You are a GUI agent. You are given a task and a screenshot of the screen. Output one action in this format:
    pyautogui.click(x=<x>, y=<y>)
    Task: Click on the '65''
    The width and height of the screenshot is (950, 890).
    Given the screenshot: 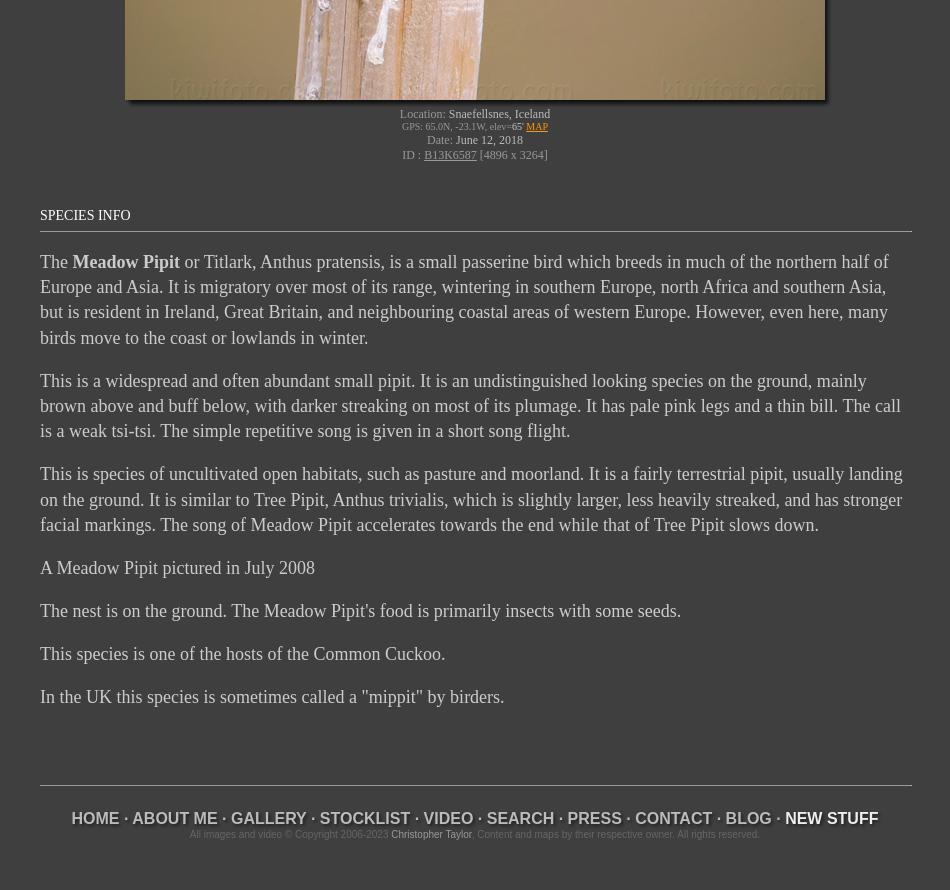 What is the action you would take?
    pyautogui.click(x=517, y=125)
    